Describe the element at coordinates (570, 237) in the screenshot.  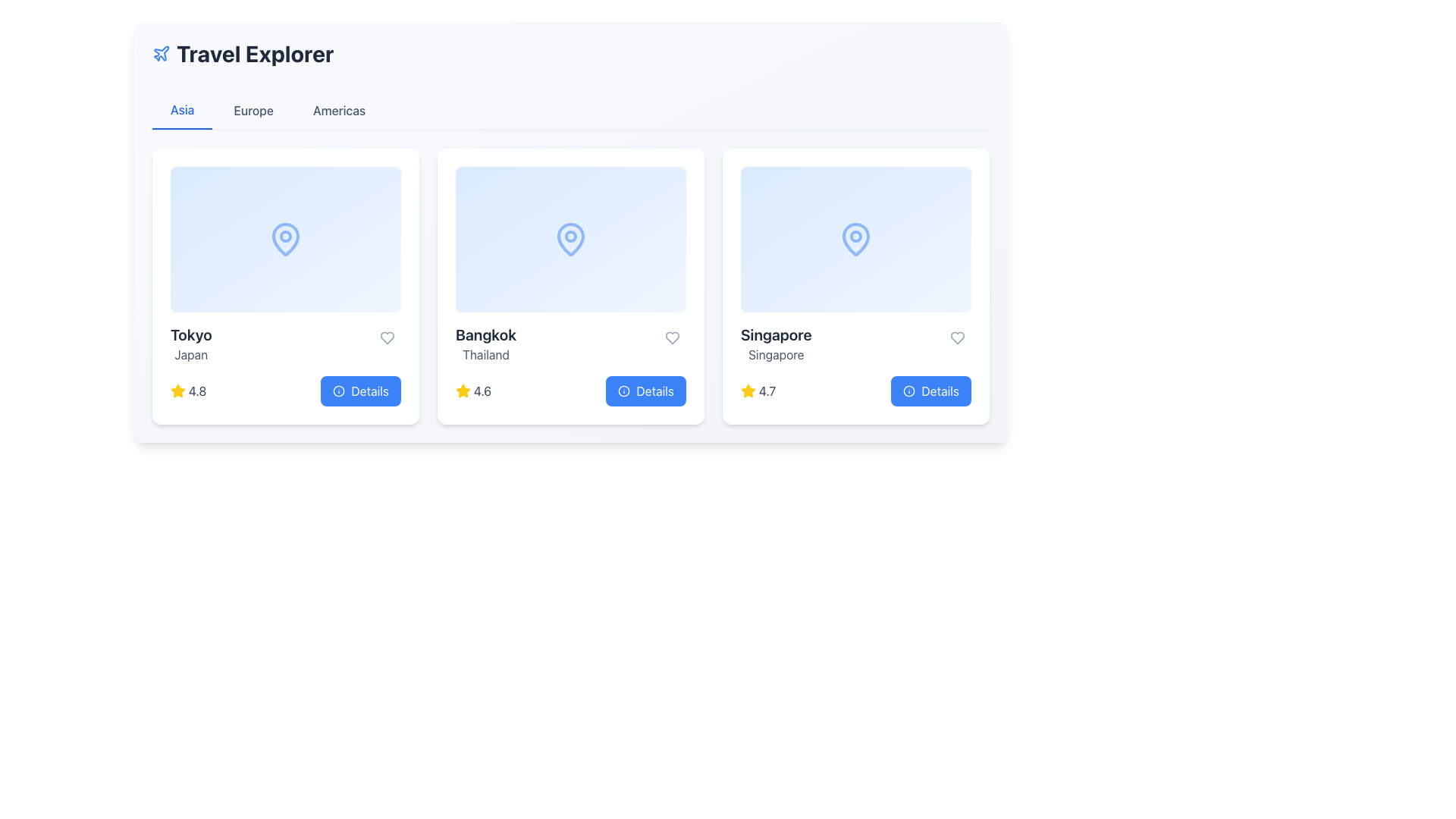
I see `the circular pinpoint icon representing the central focus of the map pin in the 'Bangkok, Thailand' card, which is the second card under the 'Asia' tab in the 'Travel Explorer' section` at that location.